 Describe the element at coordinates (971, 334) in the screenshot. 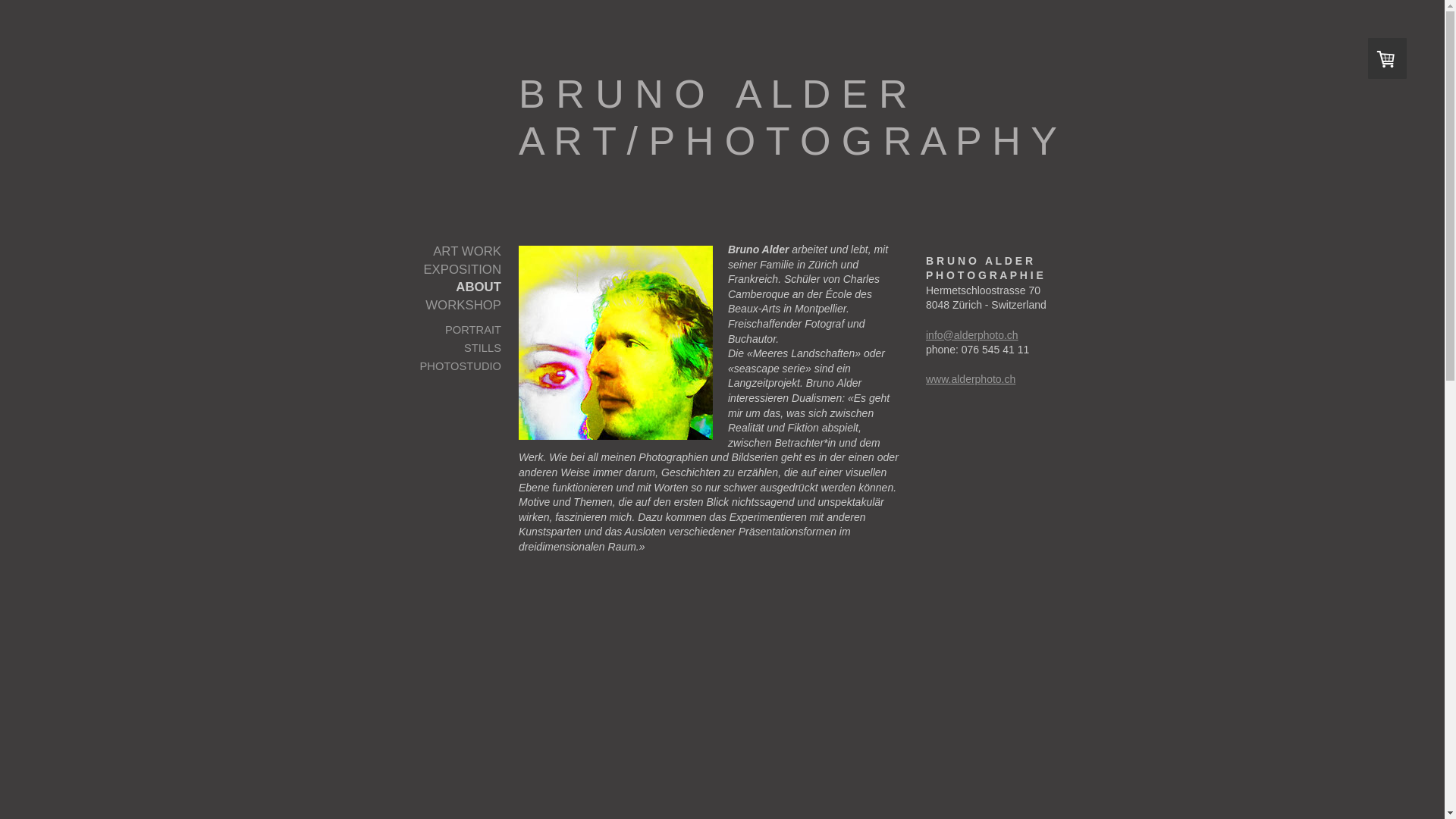

I see `'info@alderphoto.ch'` at that location.